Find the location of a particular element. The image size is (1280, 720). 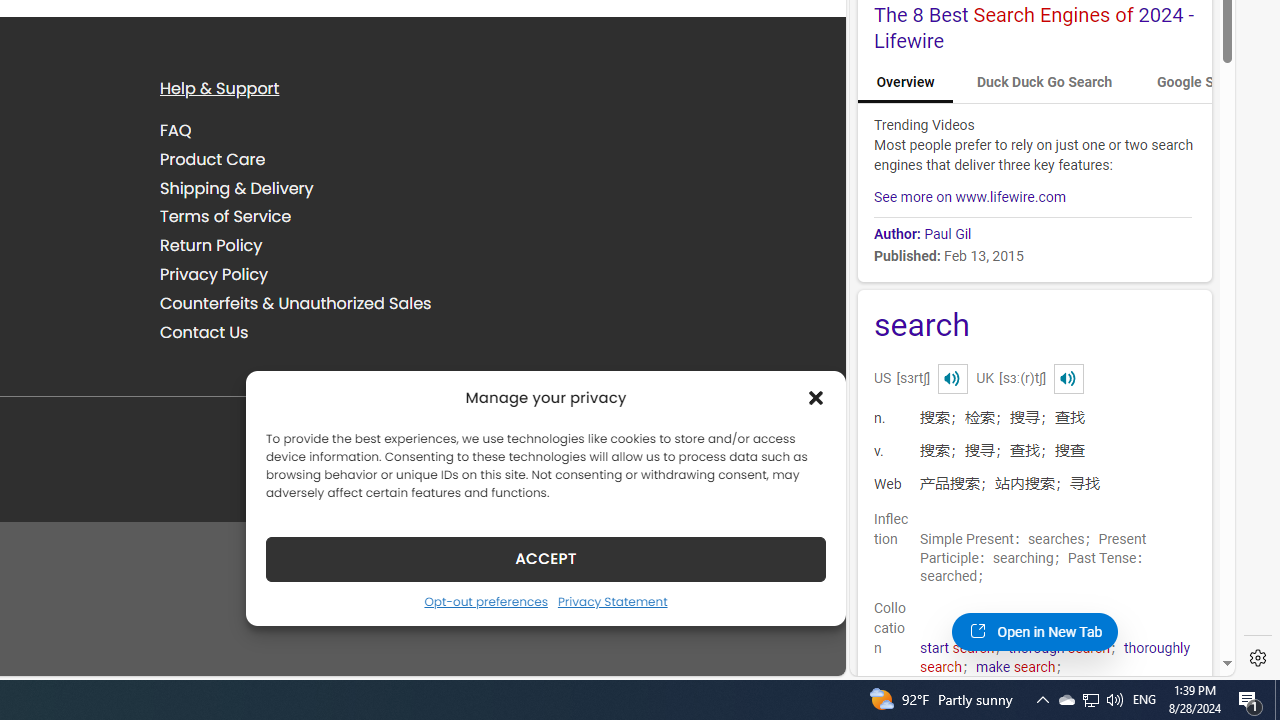

'Counterfeits & Unauthorized Sales' is located at coordinates (295, 303).